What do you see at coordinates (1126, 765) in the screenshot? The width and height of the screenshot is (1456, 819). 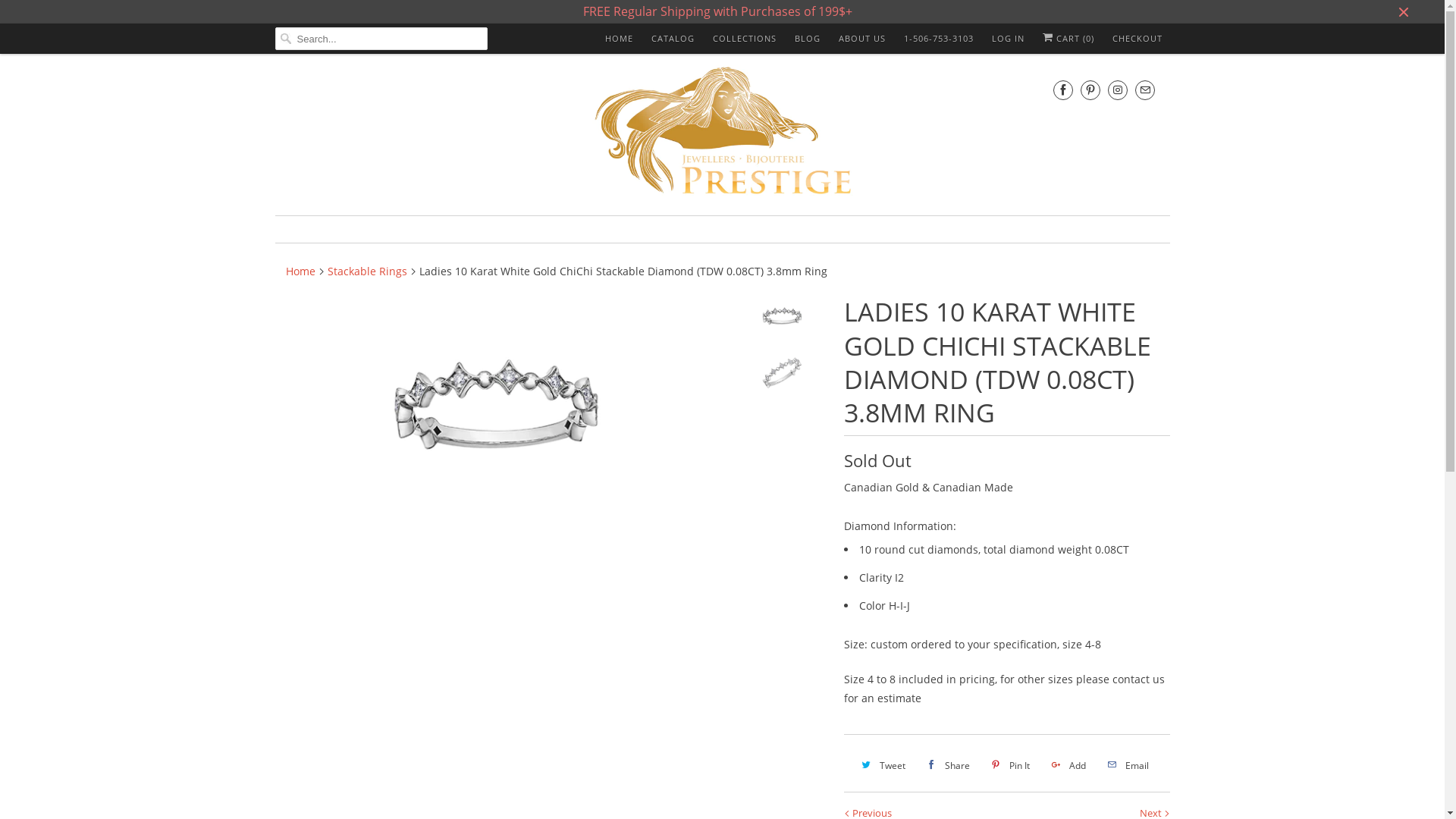 I see `'Email'` at bounding box center [1126, 765].